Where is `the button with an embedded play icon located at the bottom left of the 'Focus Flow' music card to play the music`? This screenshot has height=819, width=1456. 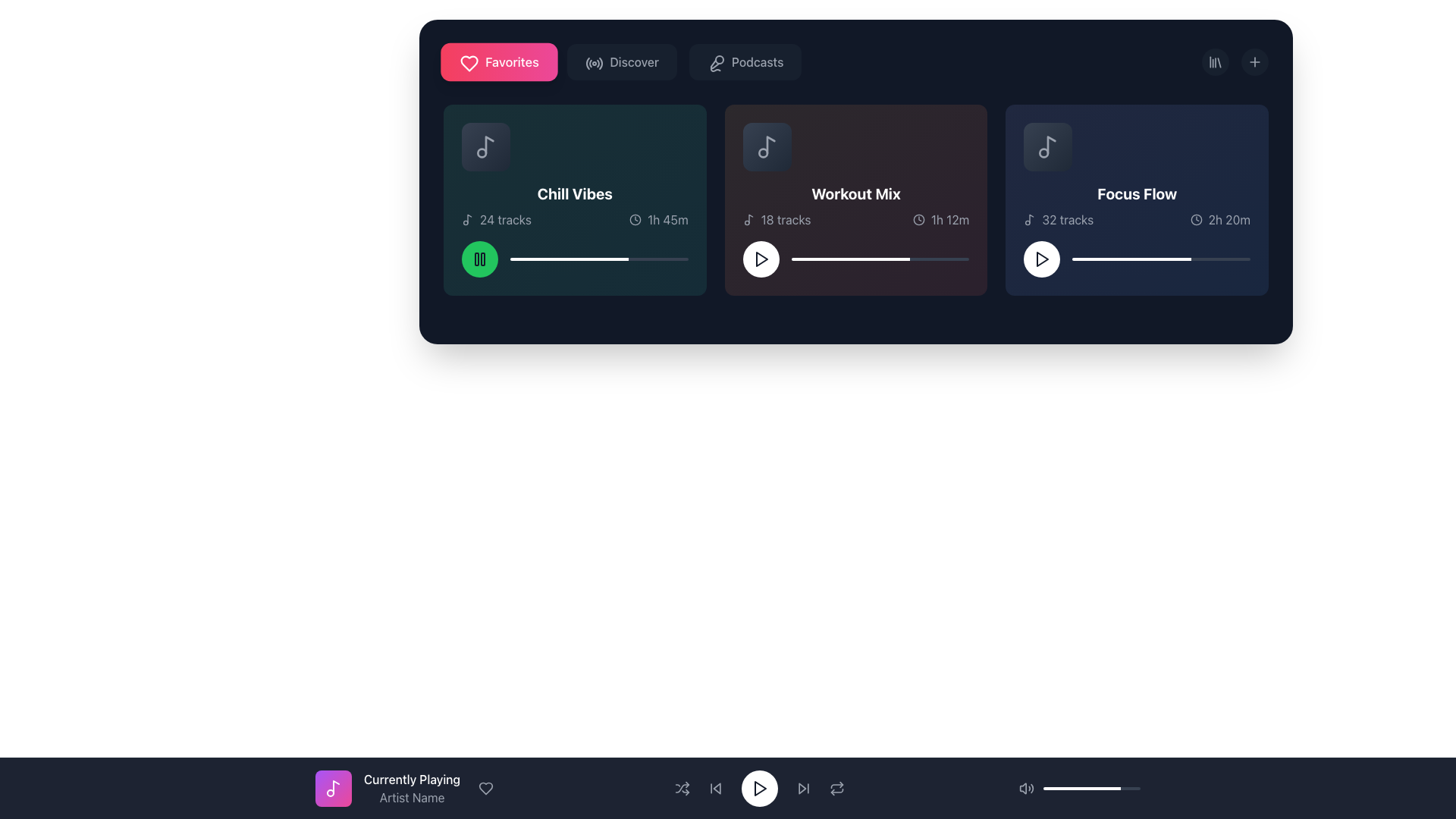 the button with an embedded play icon located at the bottom left of the 'Focus Flow' music card to play the music is located at coordinates (1040, 259).